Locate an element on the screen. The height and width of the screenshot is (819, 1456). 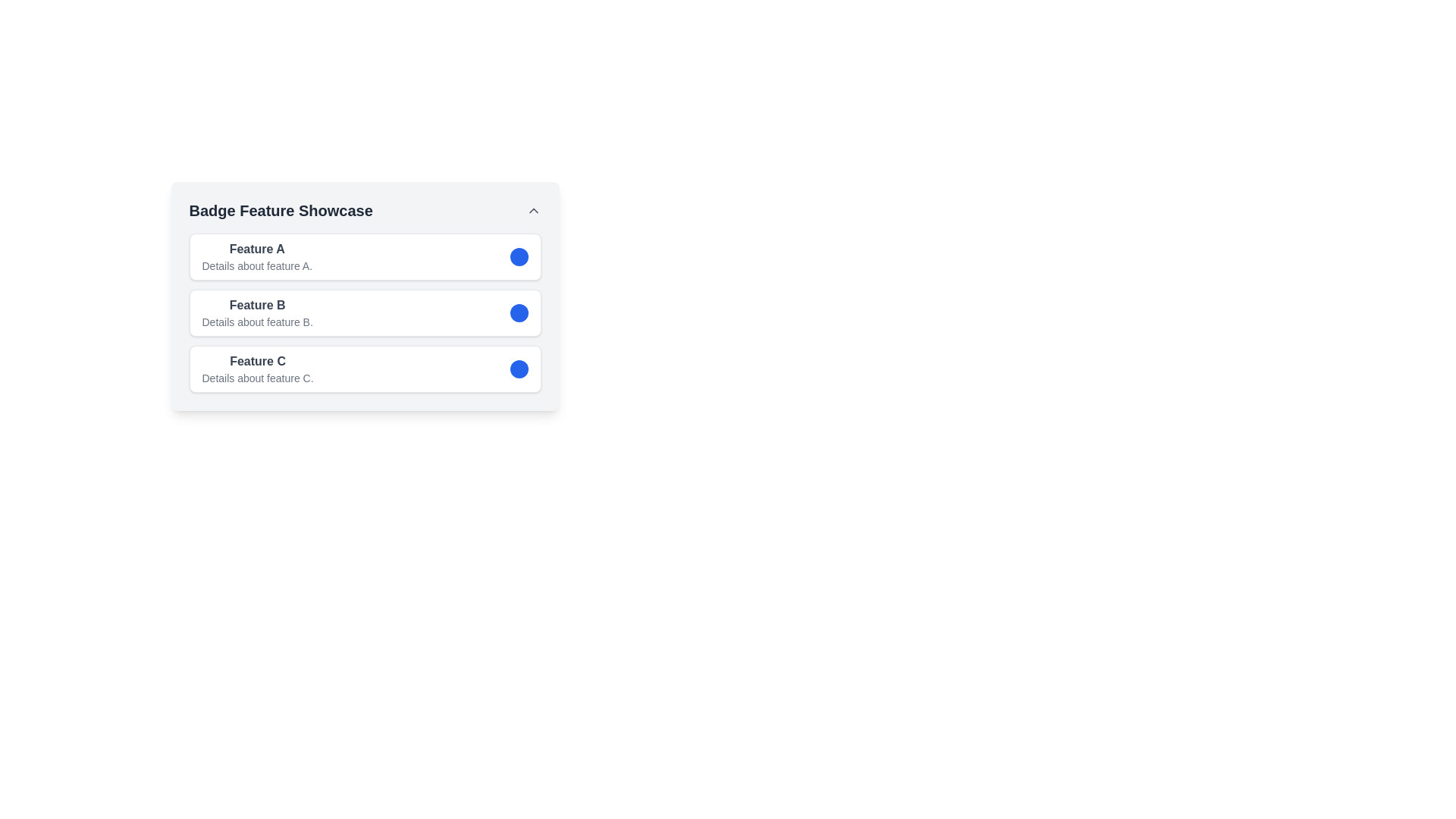
the descriptive text element that provides supplementary information about 'Feature C' located under its header title in the 'Badge Feature Showcase' card section is located at coordinates (258, 377).